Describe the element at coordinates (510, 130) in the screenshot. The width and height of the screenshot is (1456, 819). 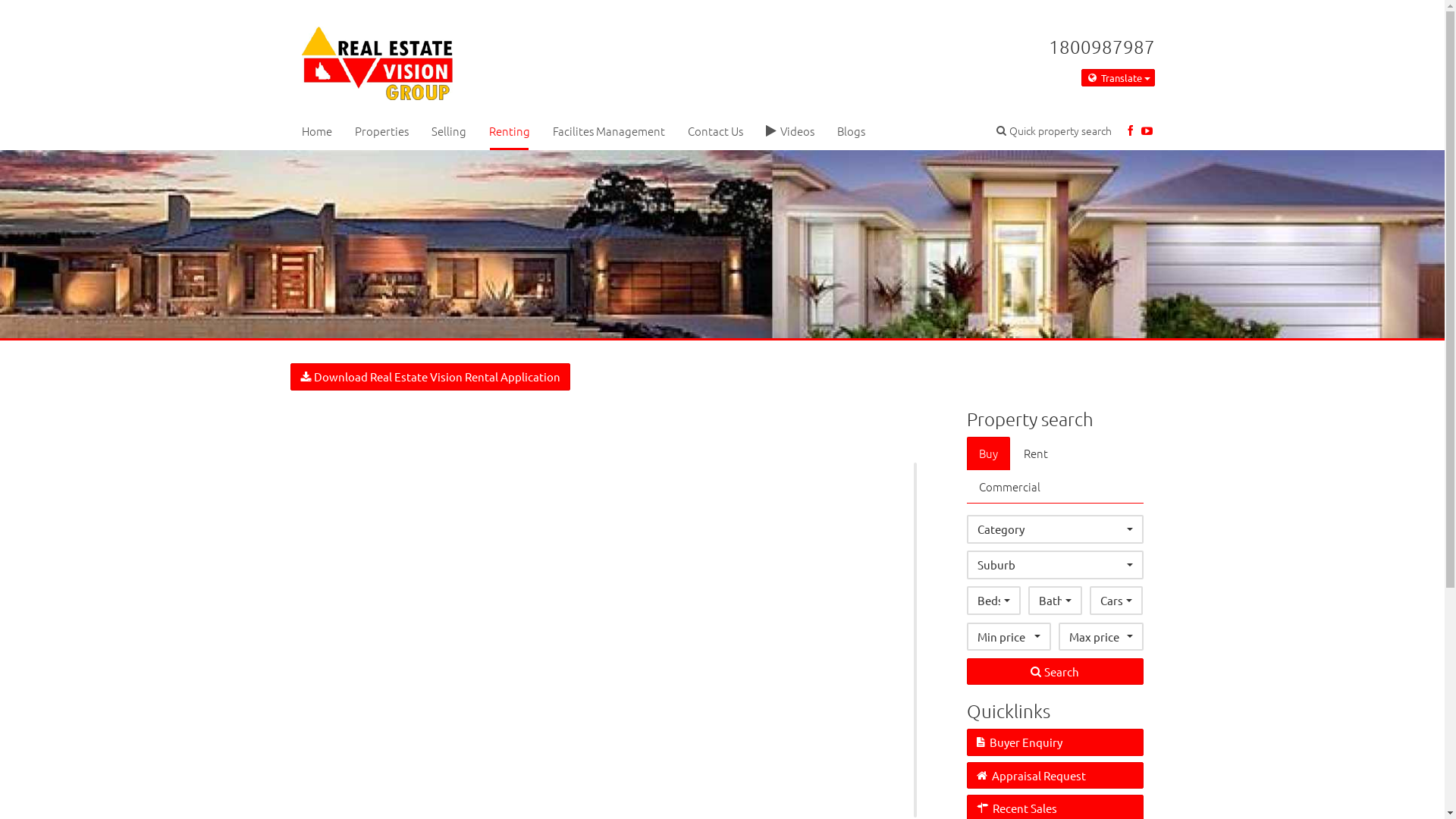
I see `'Renting'` at that location.